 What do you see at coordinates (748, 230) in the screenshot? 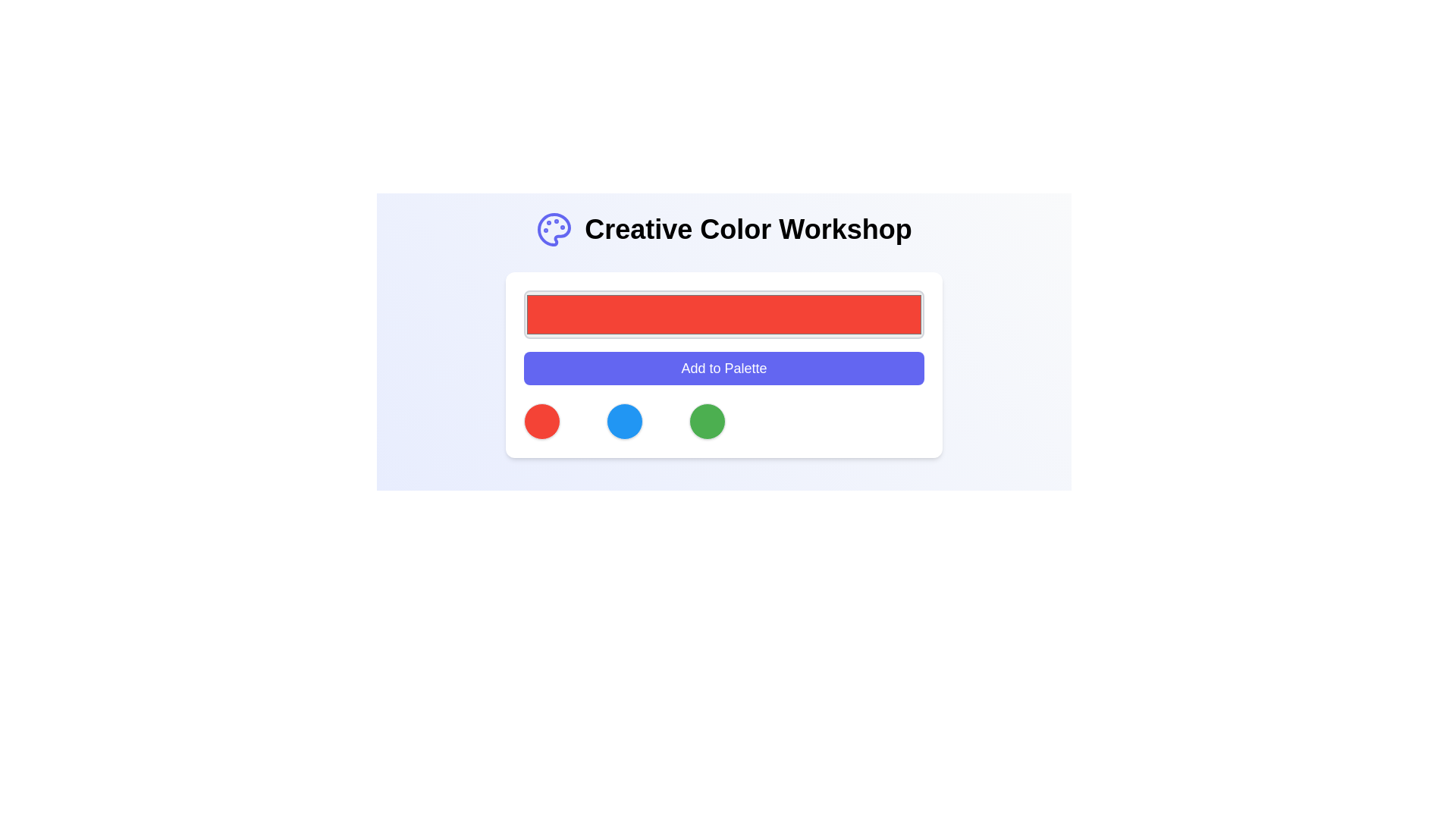
I see `the large, bold text label that reads 'Creative Color Workshop', prominently displayed in black, located at the top center of the interface` at bounding box center [748, 230].